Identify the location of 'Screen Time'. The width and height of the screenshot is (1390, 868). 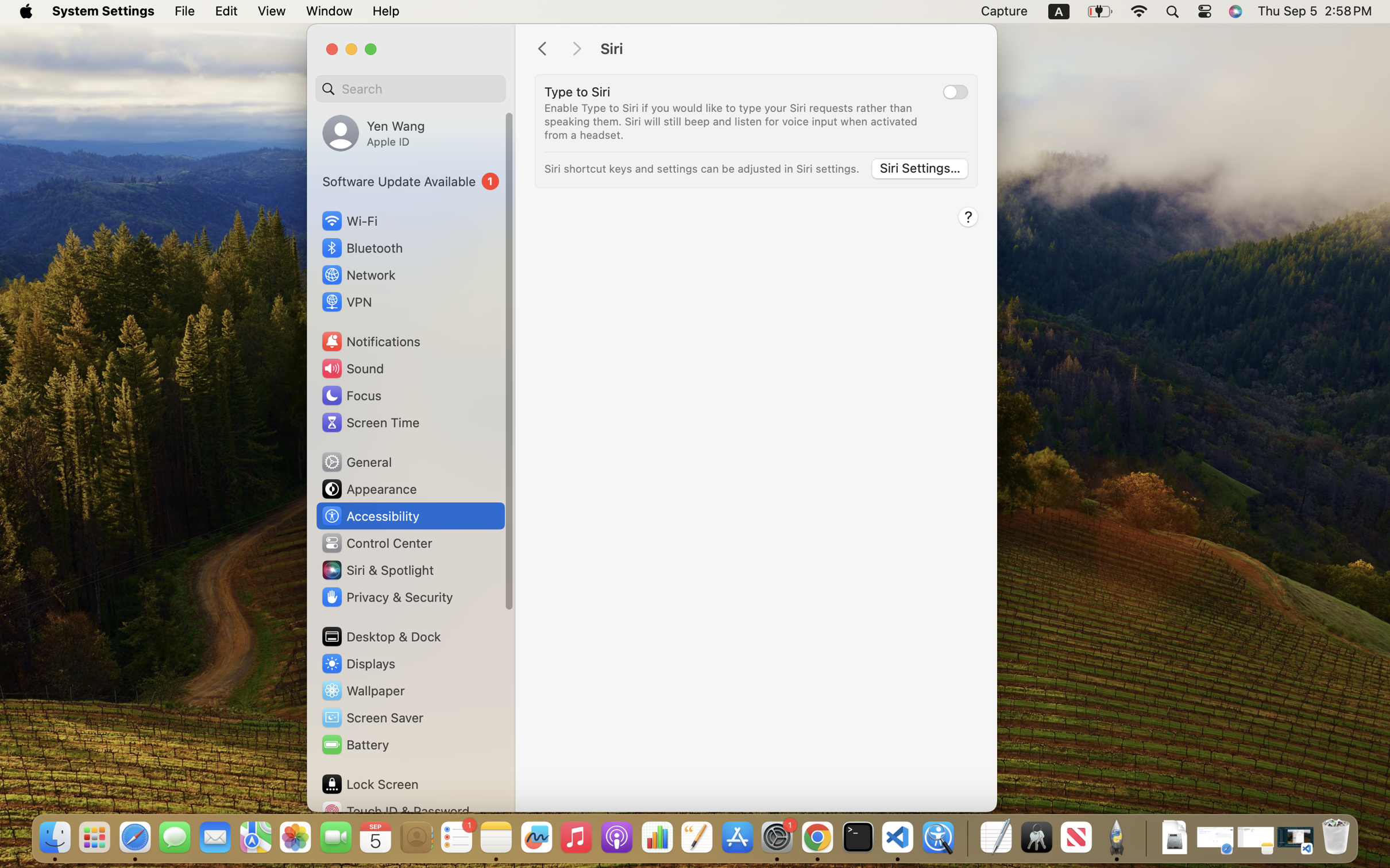
(370, 422).